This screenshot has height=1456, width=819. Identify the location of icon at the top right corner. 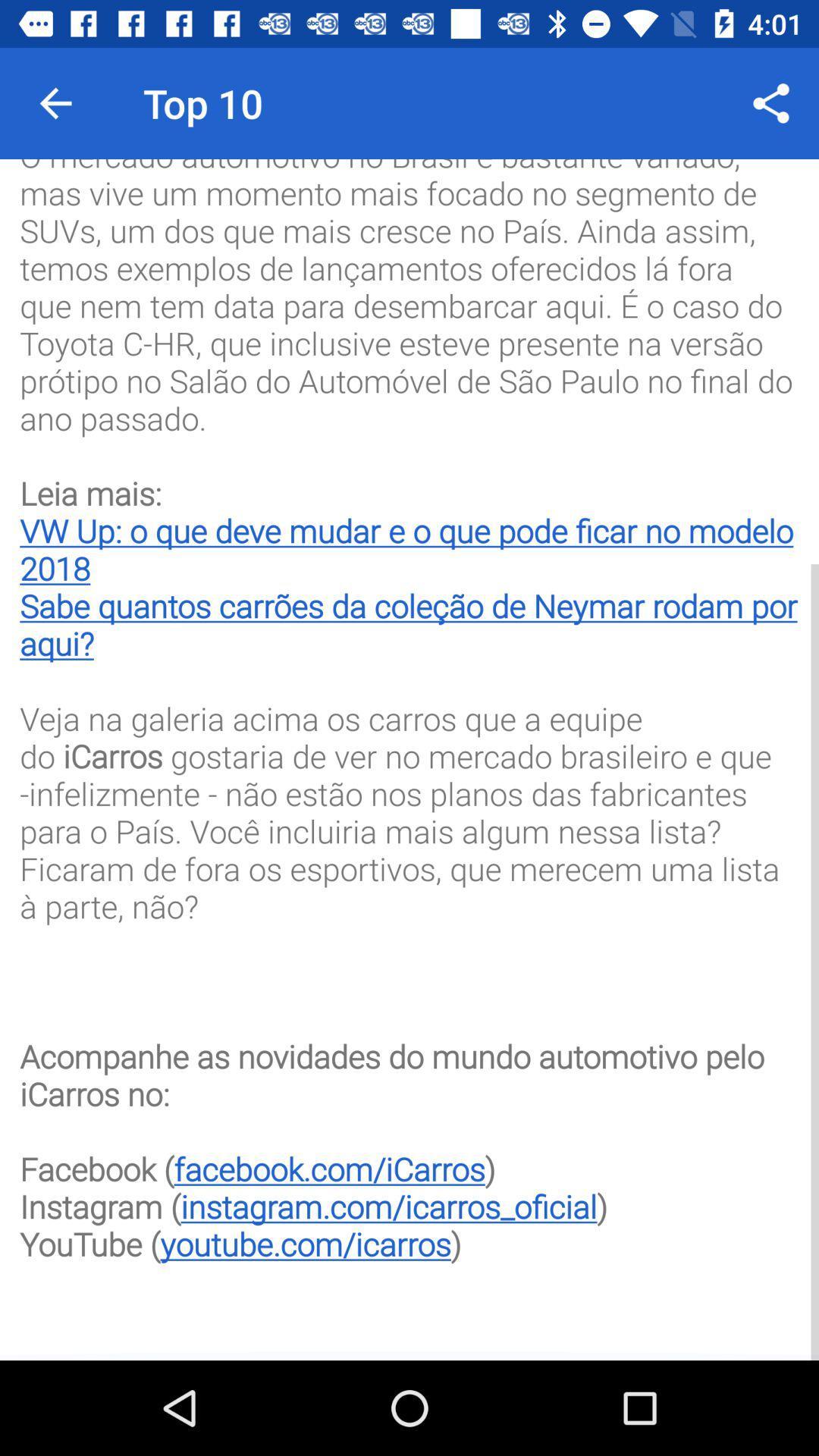
(771, 102).